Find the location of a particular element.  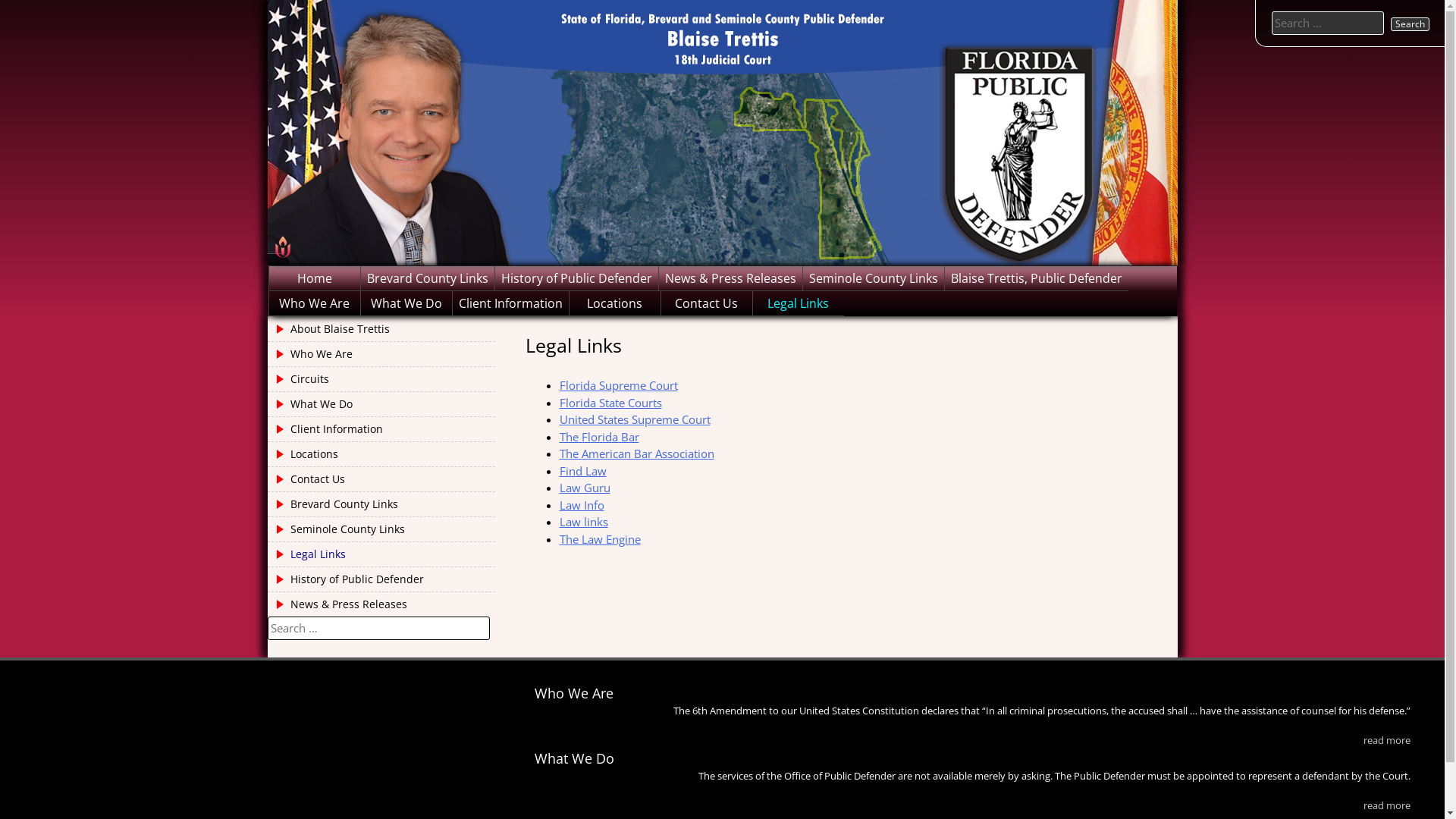

'read more' is located at coordinates (1386, 739).